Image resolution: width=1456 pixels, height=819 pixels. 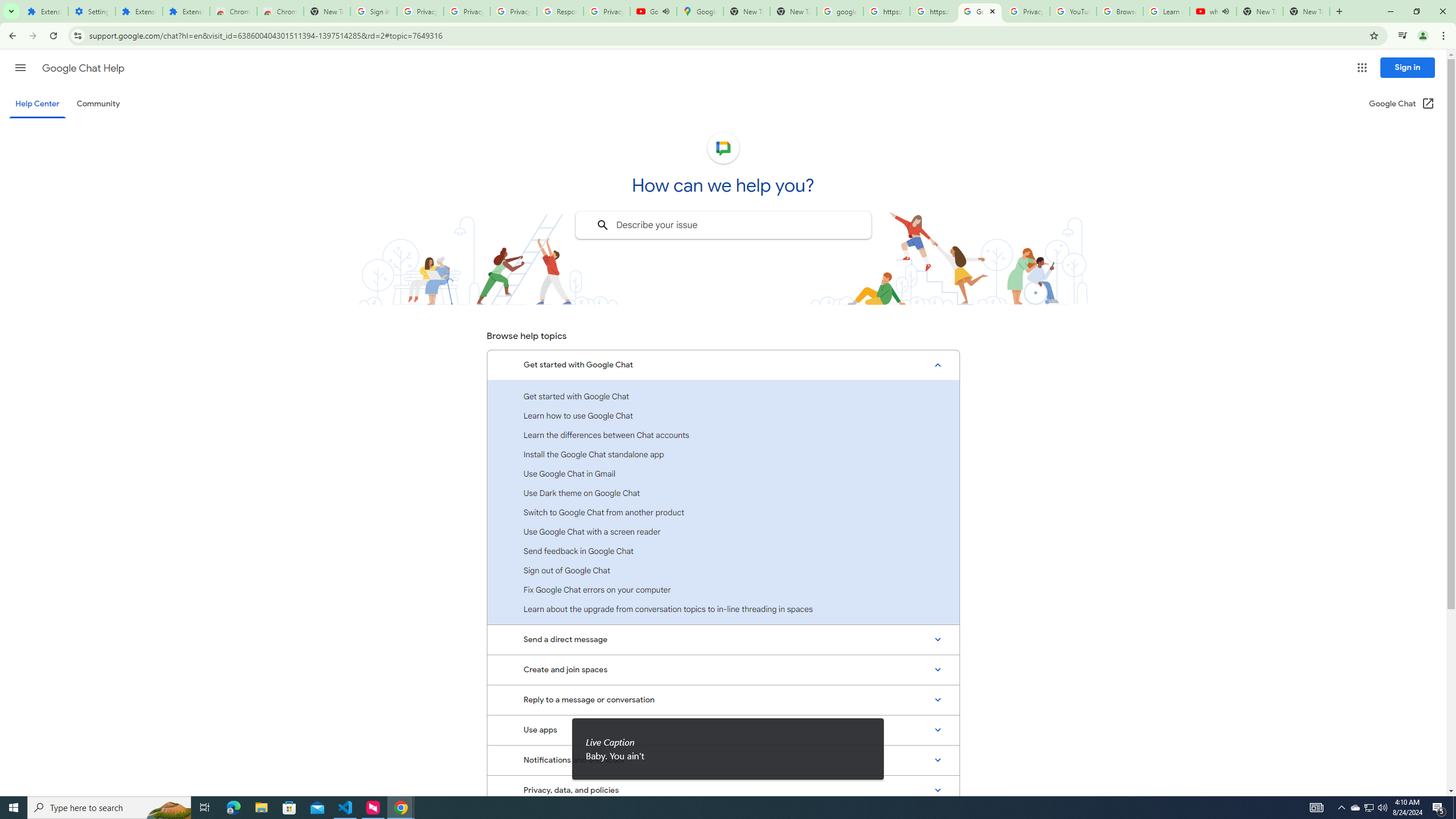 What do you see at coordinates (700, 11) in the screenshot?
I see `'Google Maps'` at bounding box center [700, 11].